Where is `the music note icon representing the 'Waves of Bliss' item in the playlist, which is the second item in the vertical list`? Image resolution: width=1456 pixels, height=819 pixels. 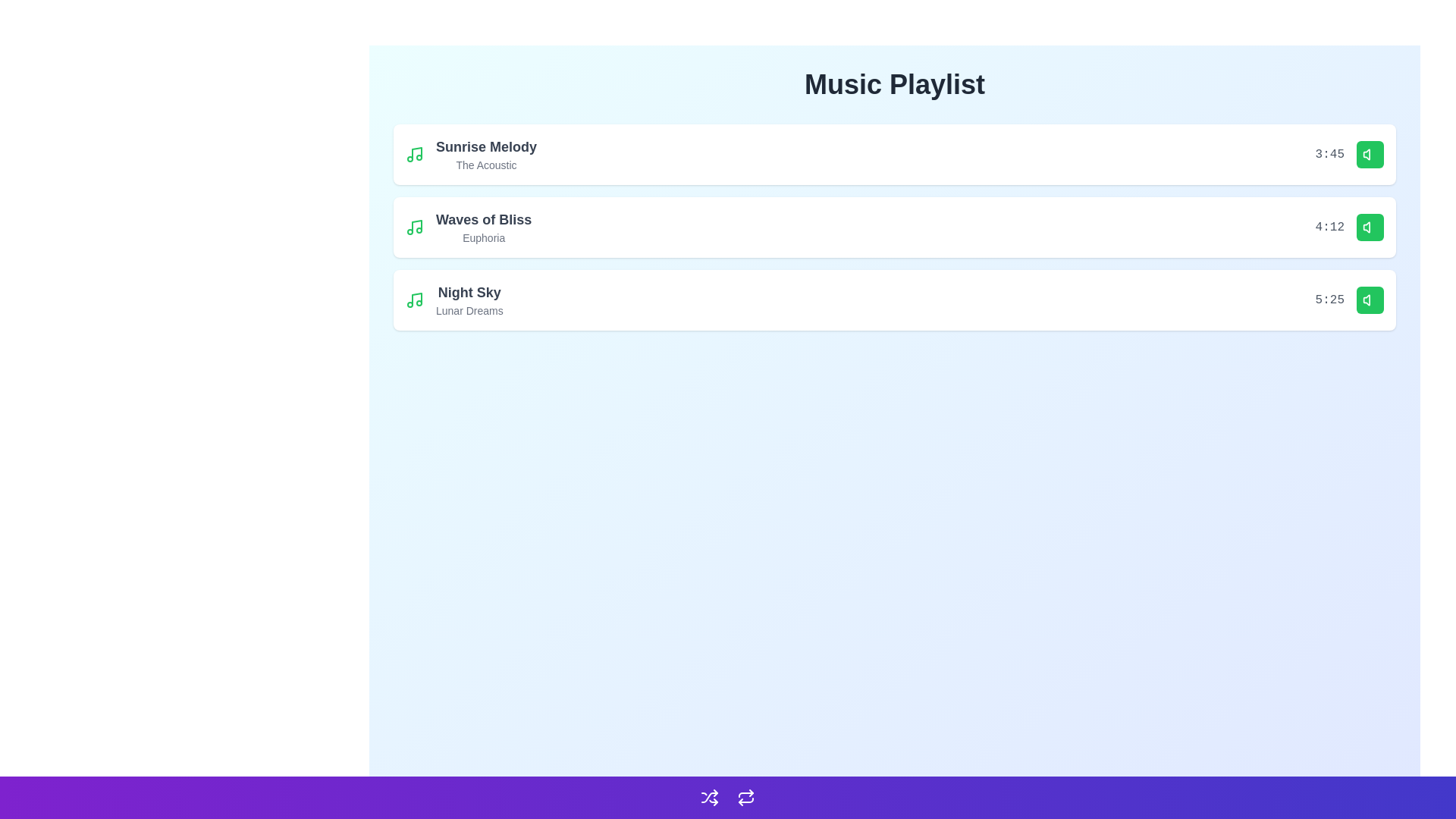 the music note icon representing the 'Waves of Bliss' item in the playlist, which is the second item in the vertical list is located at coordinates (415, 227).